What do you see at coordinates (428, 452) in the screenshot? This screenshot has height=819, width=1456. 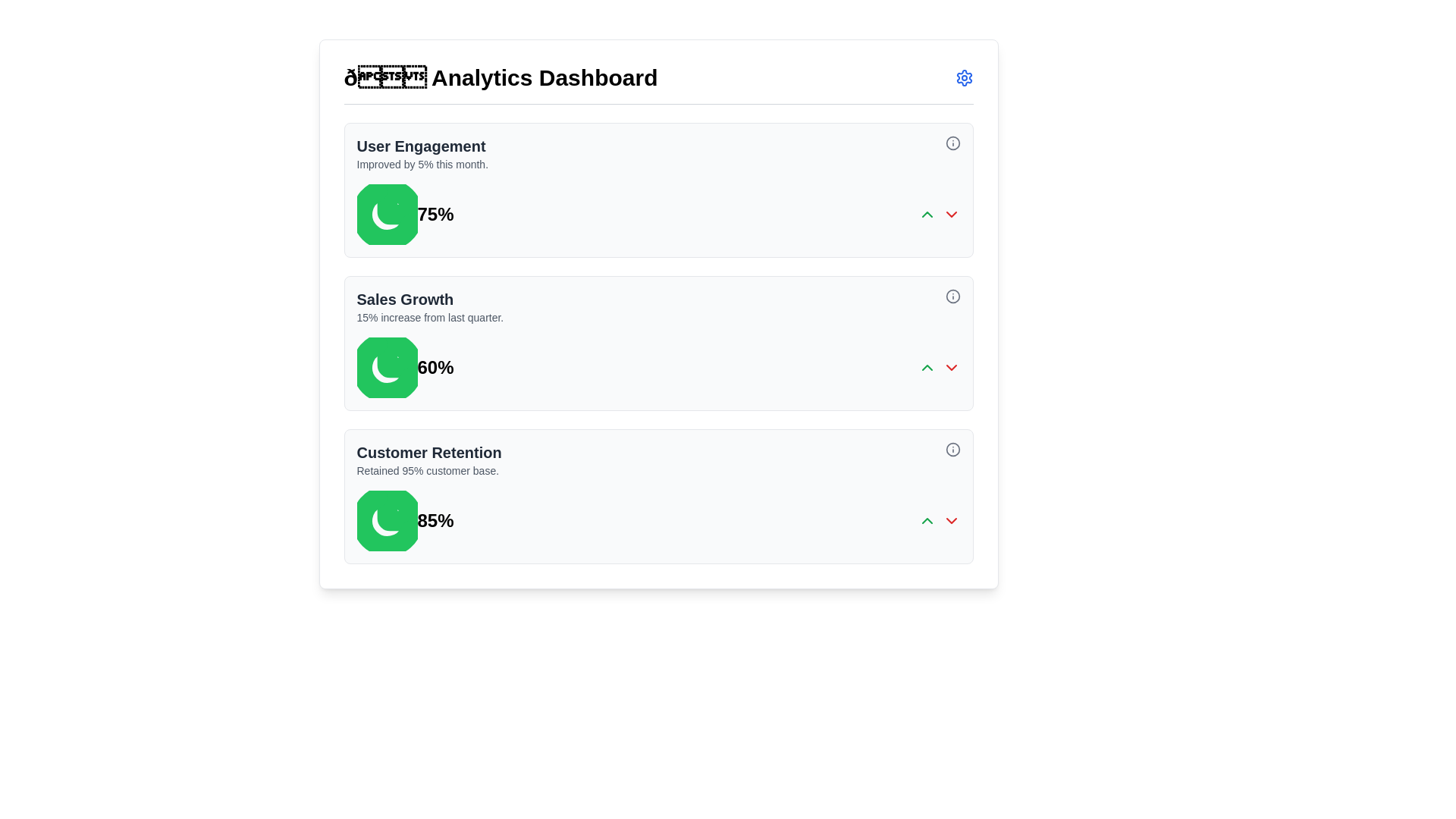 I see `the context represented` at bounding box center [428, 452].